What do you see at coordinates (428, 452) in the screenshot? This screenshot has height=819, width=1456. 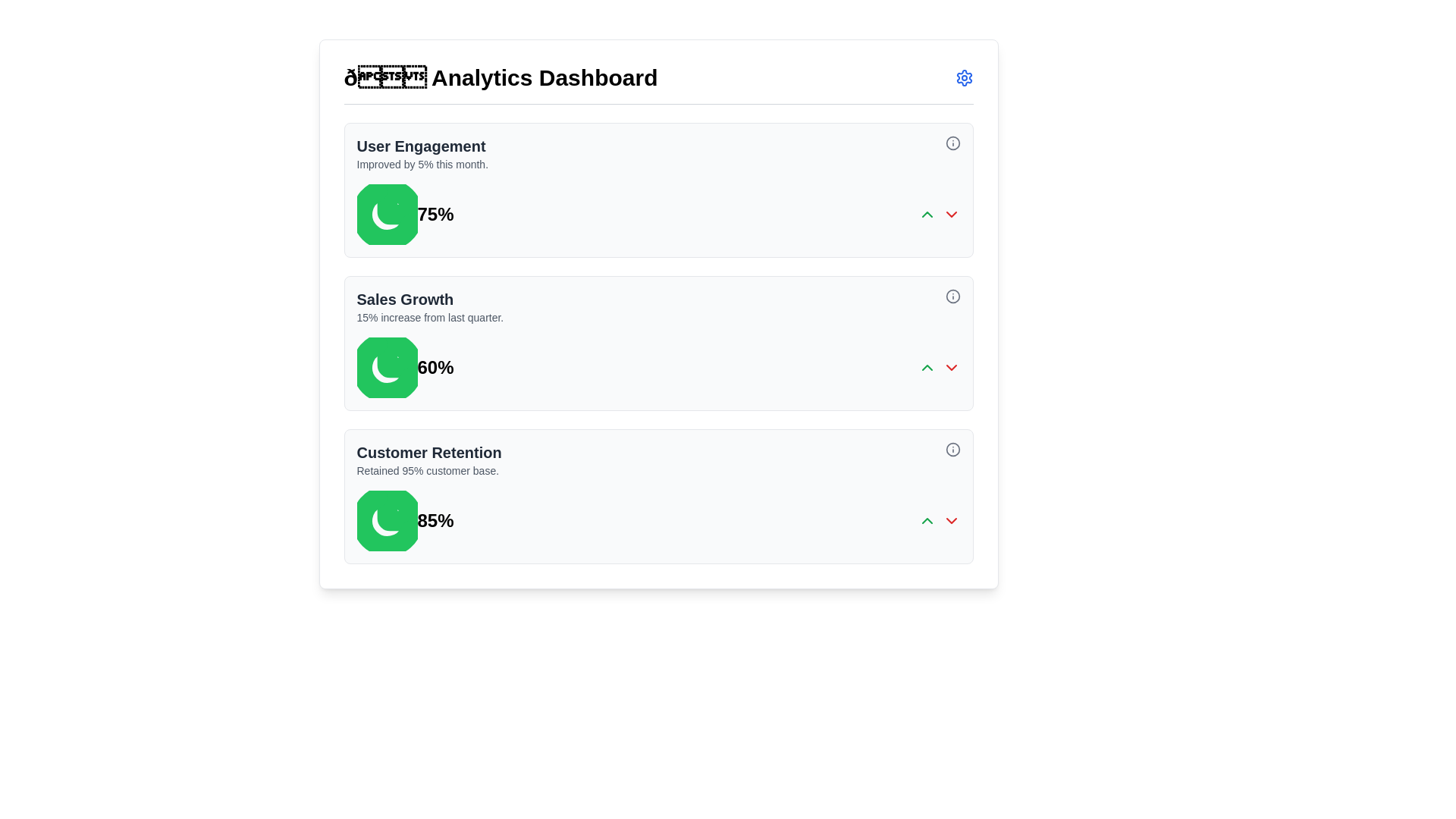 I see `the context represented` at bounding box center [428, 452].